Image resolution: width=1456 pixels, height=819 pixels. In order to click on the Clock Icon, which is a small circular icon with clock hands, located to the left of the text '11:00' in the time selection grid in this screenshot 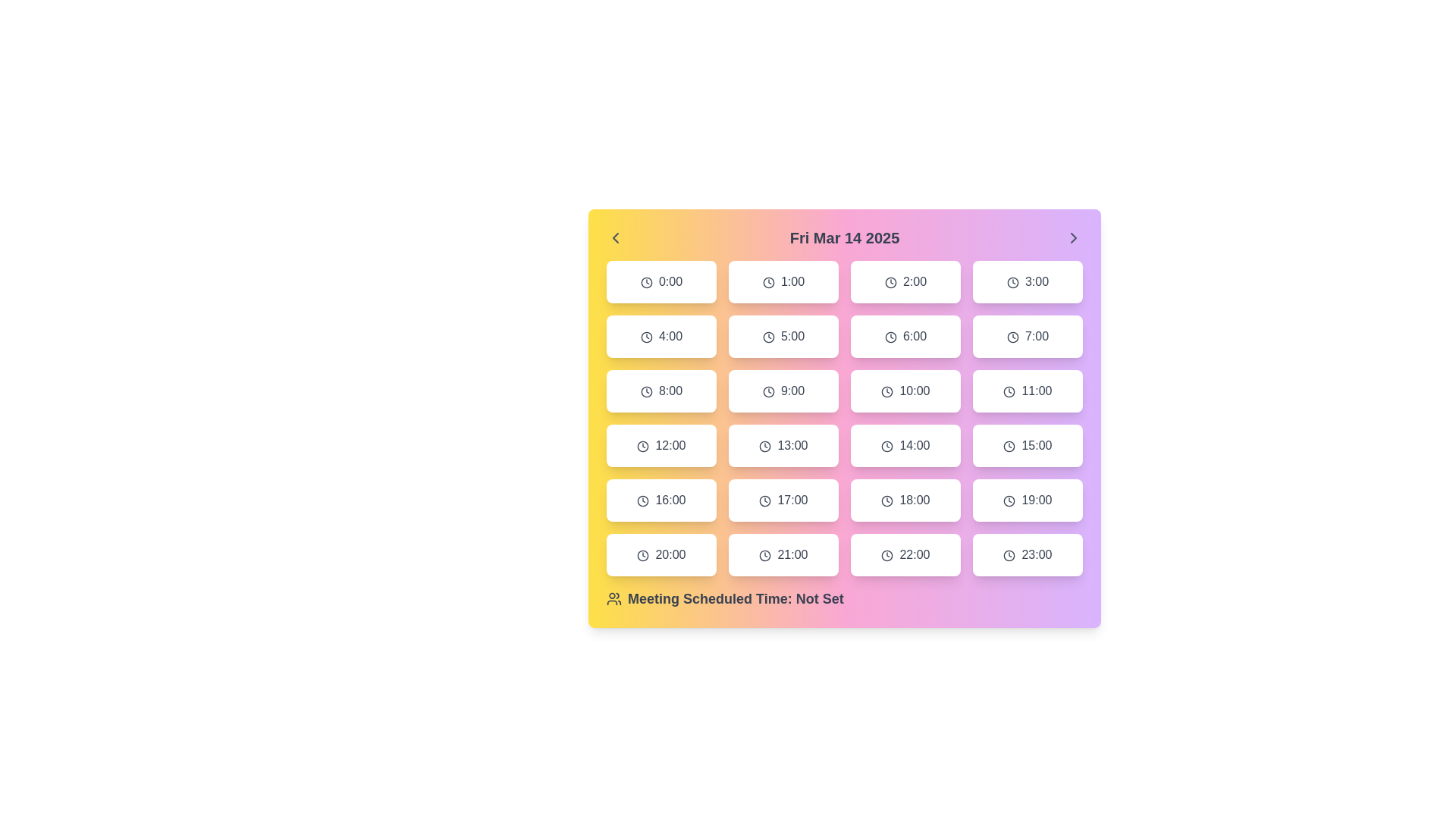, I will do `click(1009, 391)`.